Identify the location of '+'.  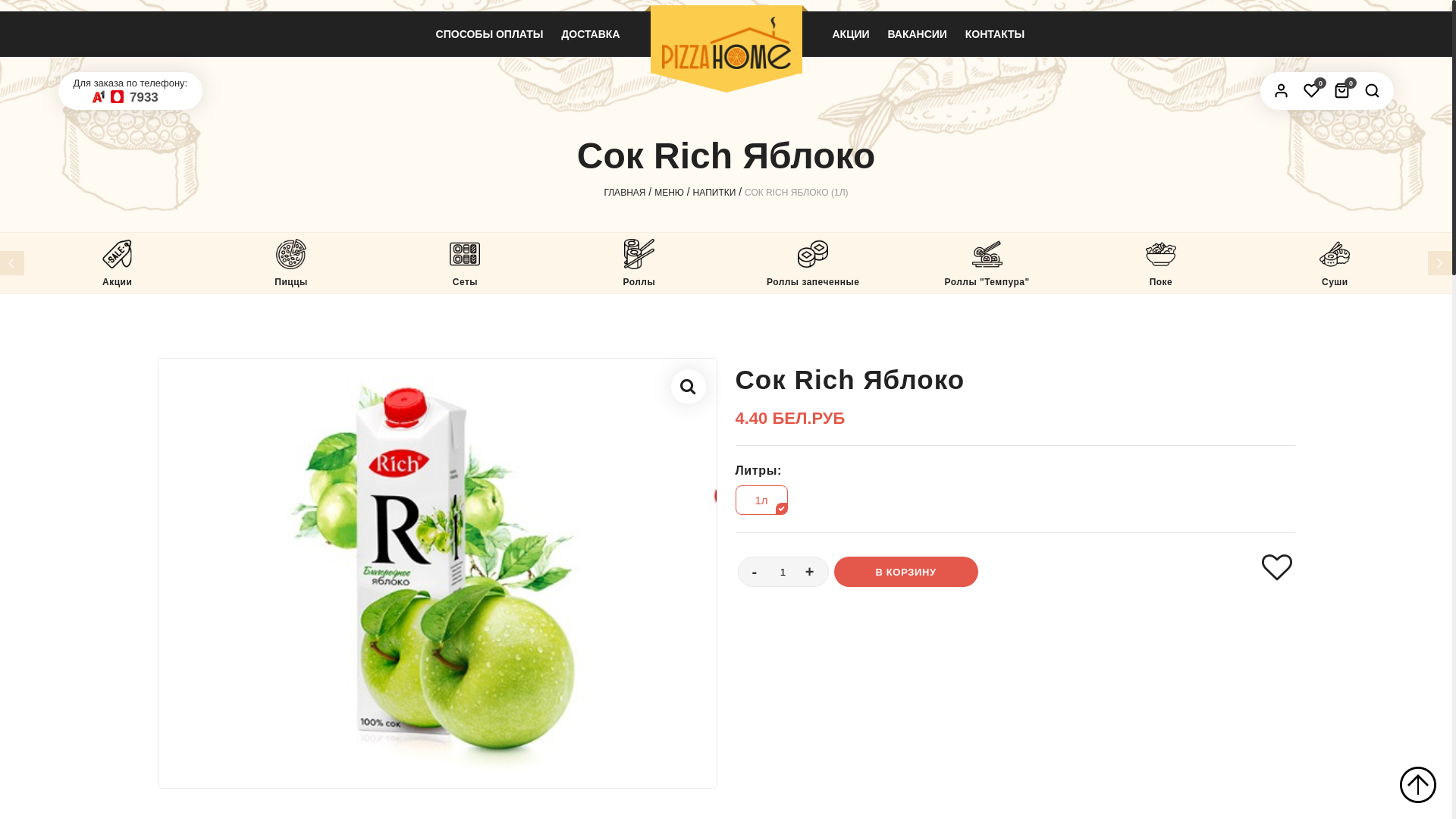
(809, 572).